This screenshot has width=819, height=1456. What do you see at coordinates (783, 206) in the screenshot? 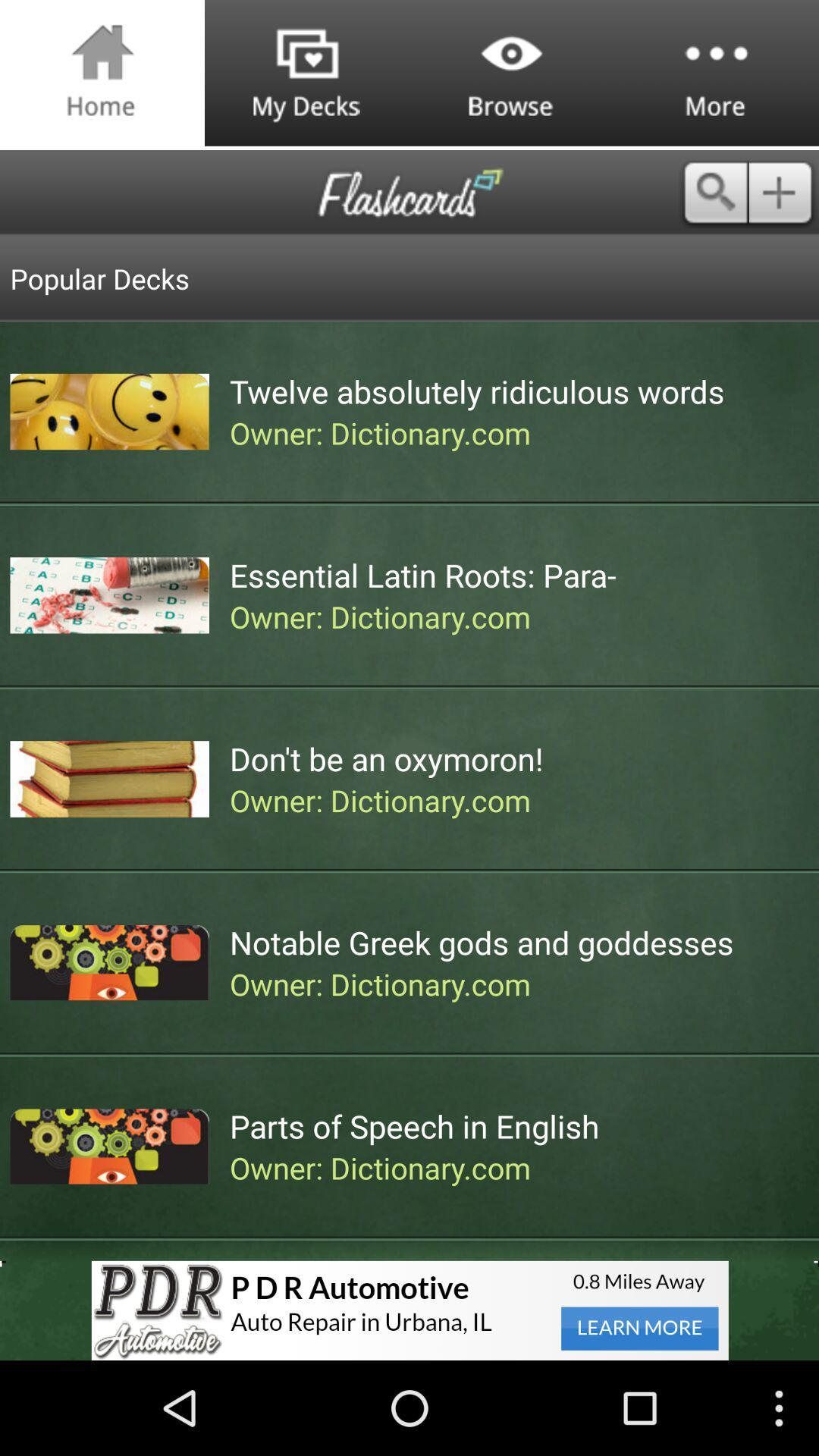
I see `the add icon` at bounding box center [783, 206].